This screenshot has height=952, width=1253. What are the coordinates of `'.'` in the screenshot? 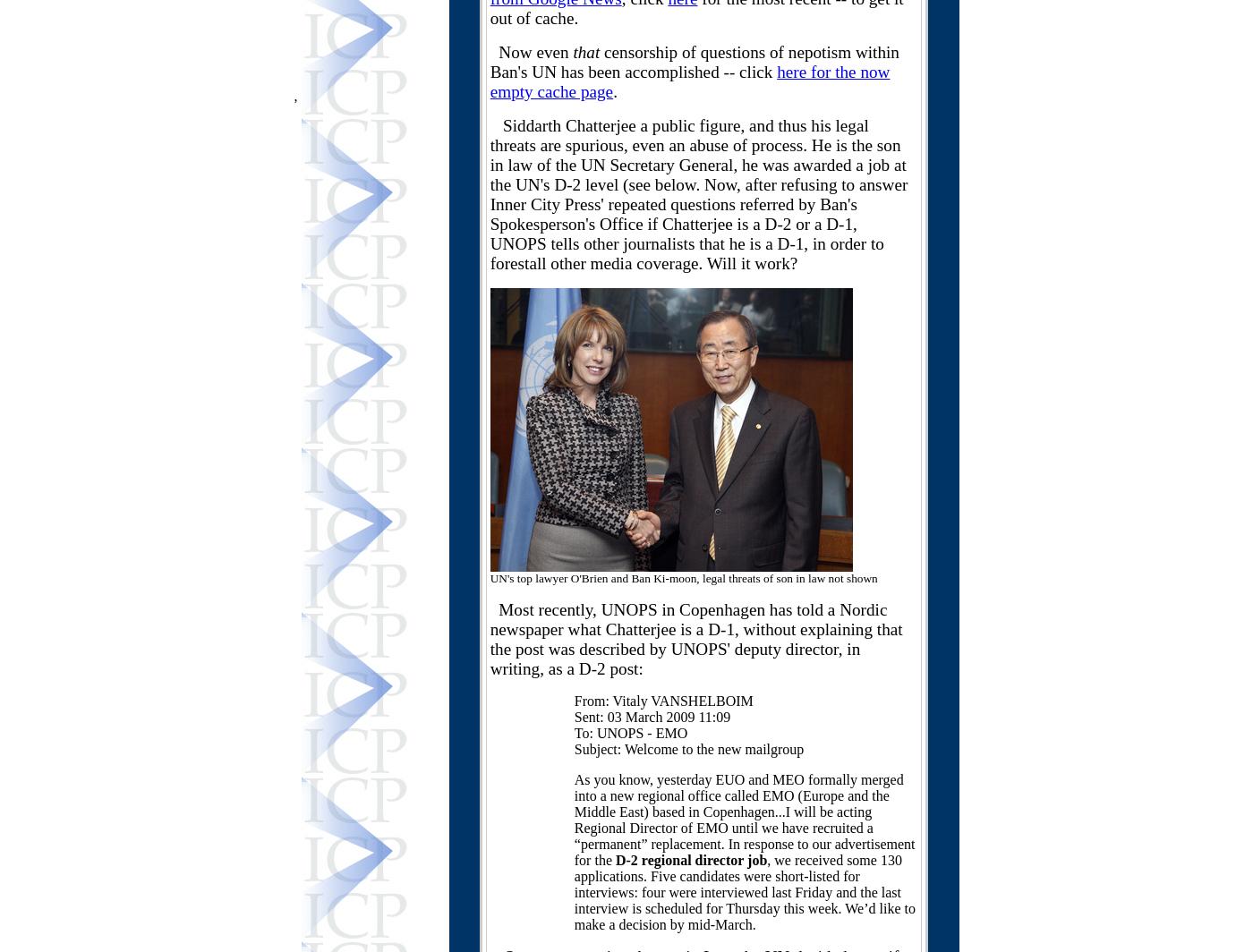 It's located at (614, 91).